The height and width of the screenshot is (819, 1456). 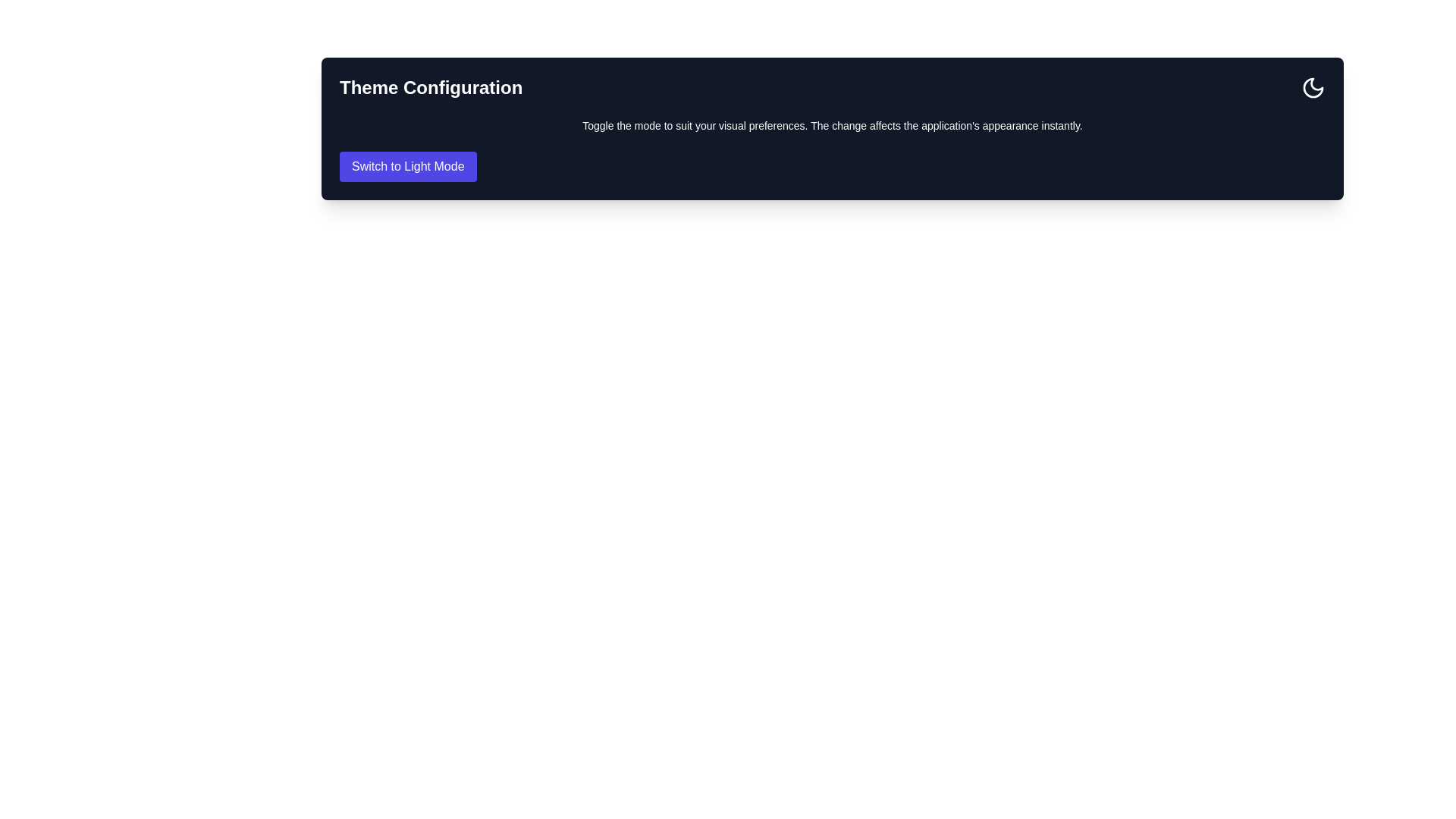 I want to click on the 'Switch to Light Mode' button, which is a vibrant indigo rectangular button with rounded corners located at the bottom left of the 'Theme Configuration' panel, to observe the color change, so click(x=408, y=166).